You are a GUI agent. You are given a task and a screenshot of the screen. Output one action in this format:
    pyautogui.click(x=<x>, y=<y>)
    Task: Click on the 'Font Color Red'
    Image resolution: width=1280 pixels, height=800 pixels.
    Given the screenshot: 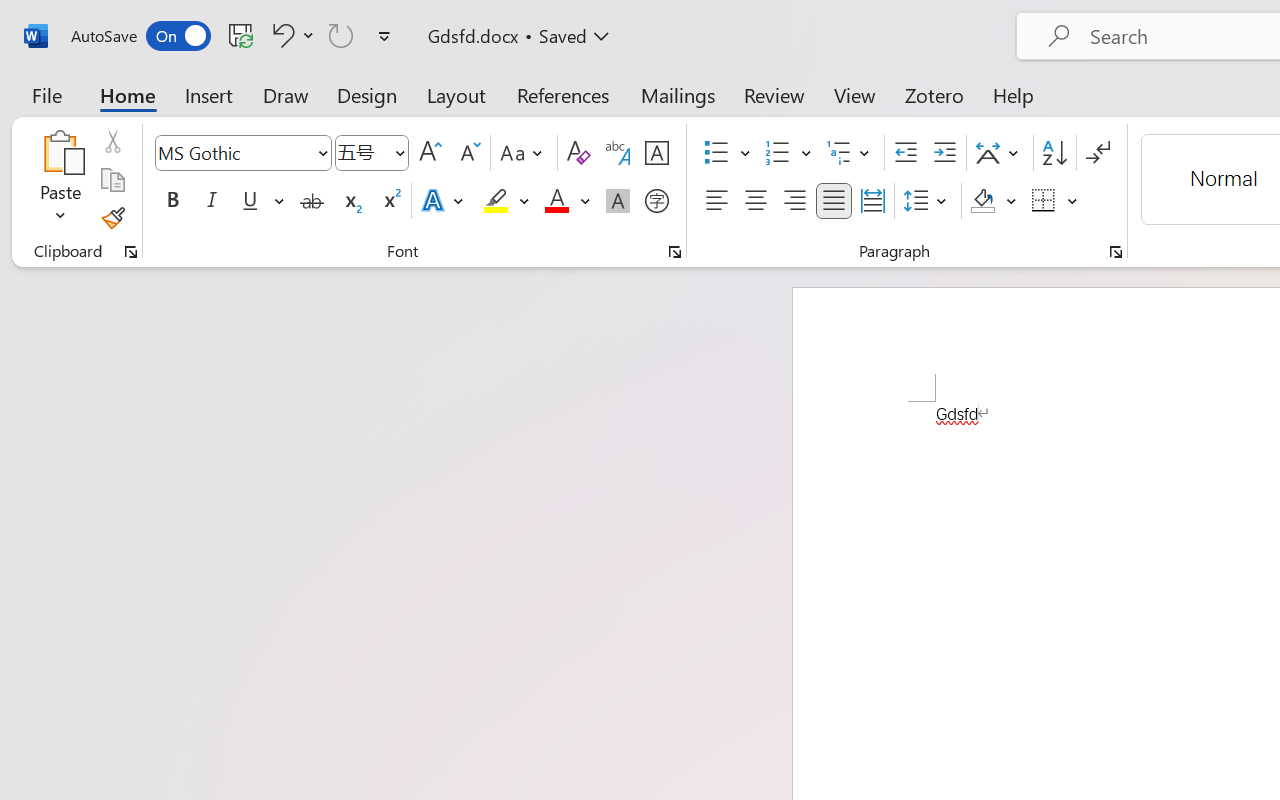 What is the action you would take?
    pyautogui.click(x=556, y=201)
    